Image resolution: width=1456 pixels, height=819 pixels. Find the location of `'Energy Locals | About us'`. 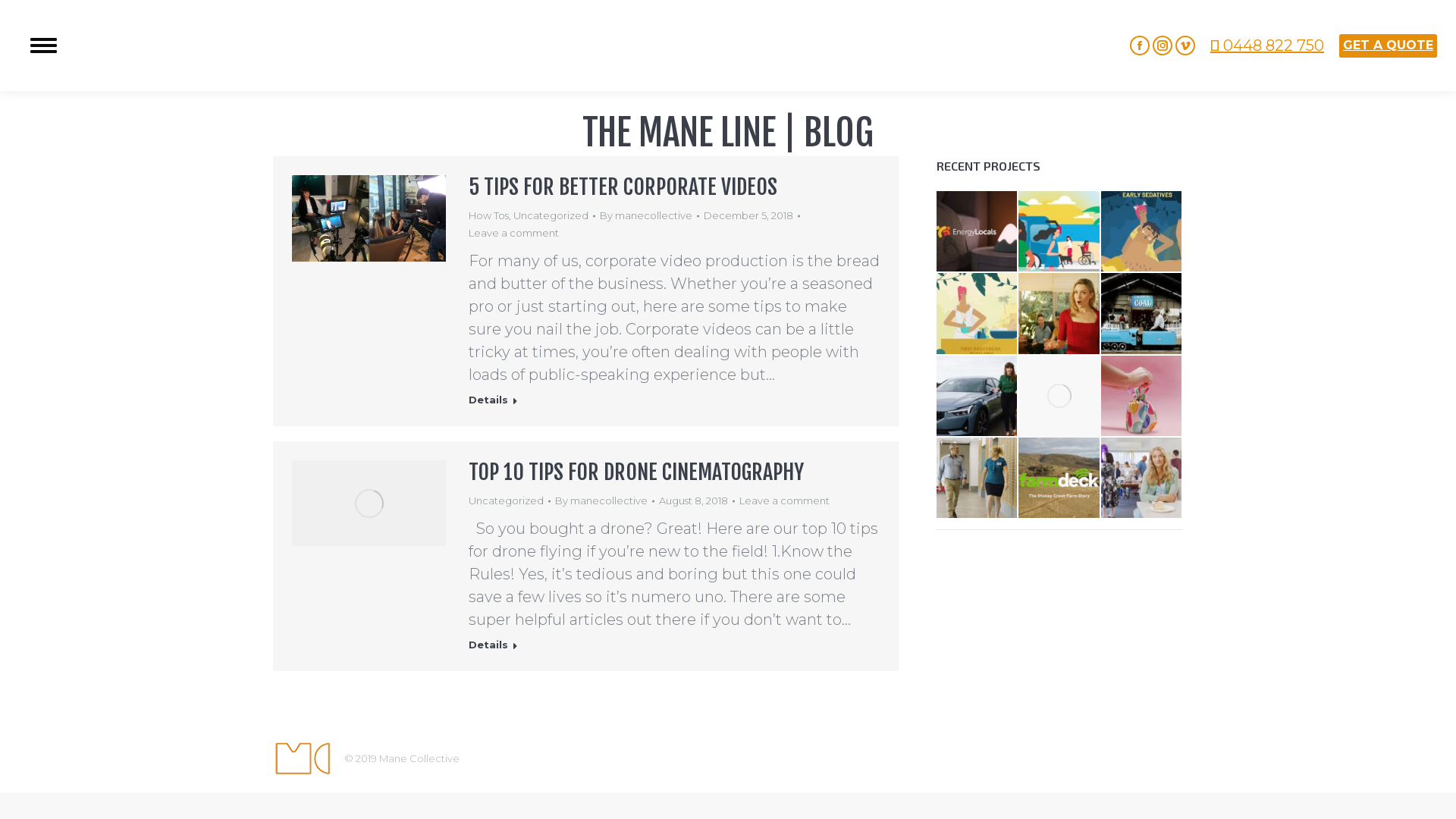

'Energy Locals | About us' is located at coordinates (977, 231).